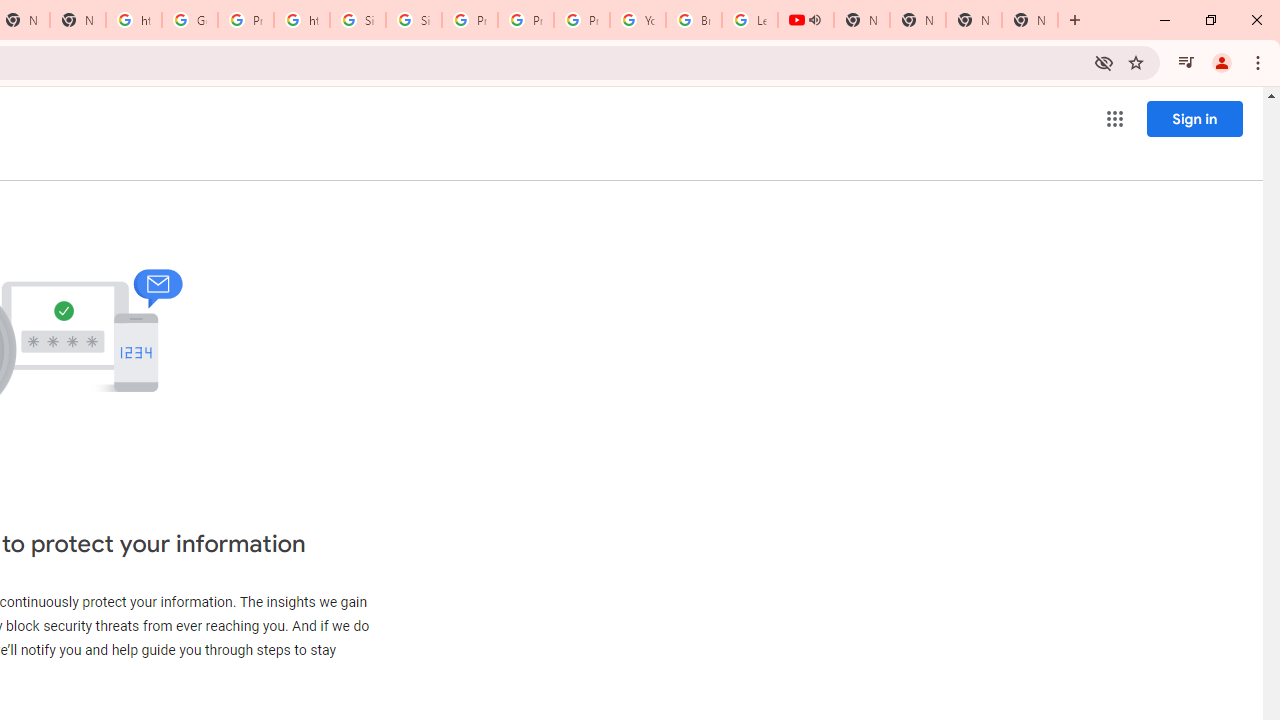 Image resolution: width=1280 pixels, height=720 pixels. What do you see at coordinates (413, 20) in the screenshot?
I see `'Sign in - Google Accounts'` at bounding box center [413, 20].